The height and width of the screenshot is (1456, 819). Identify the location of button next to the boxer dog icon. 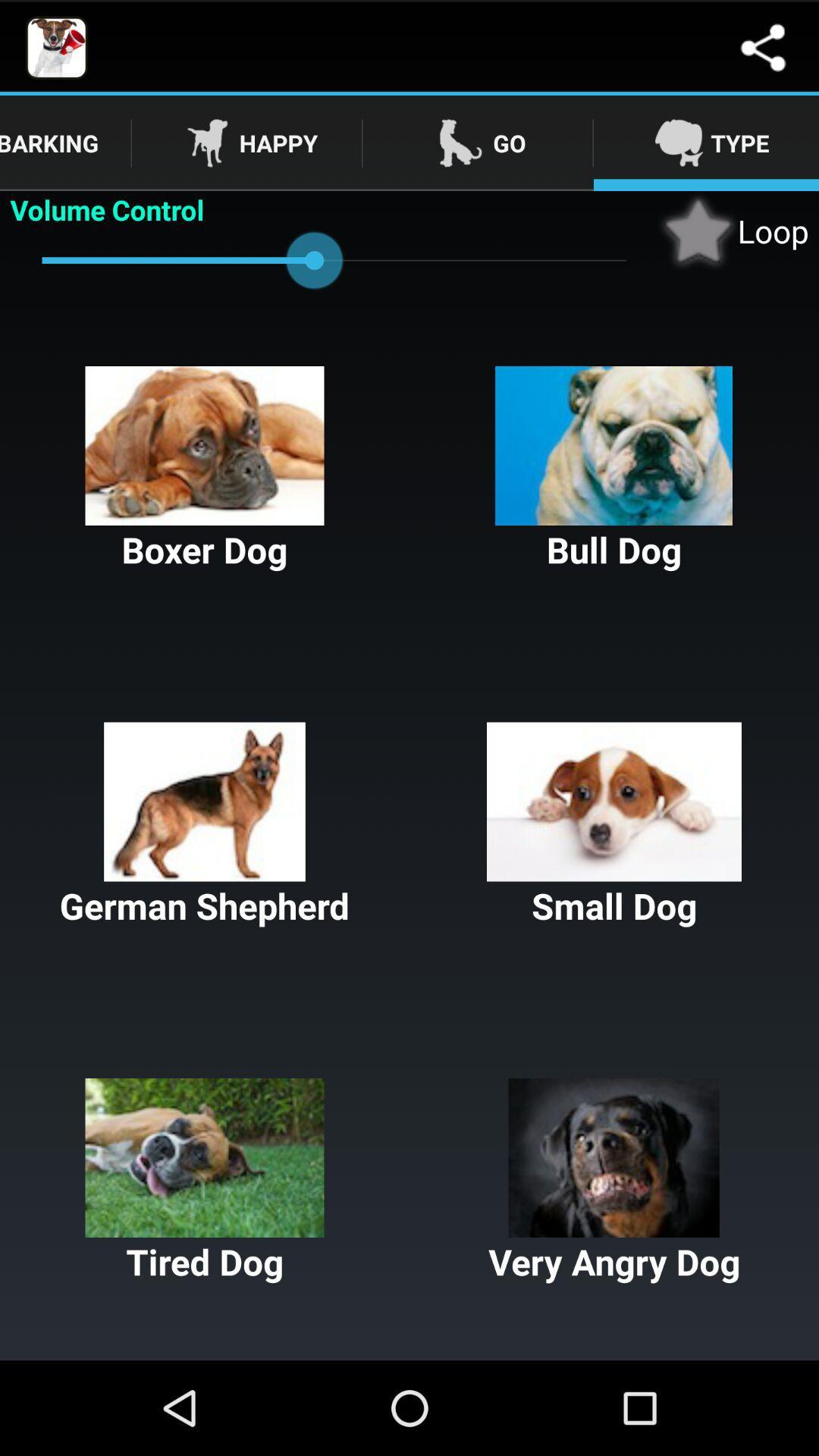
(614, 469).